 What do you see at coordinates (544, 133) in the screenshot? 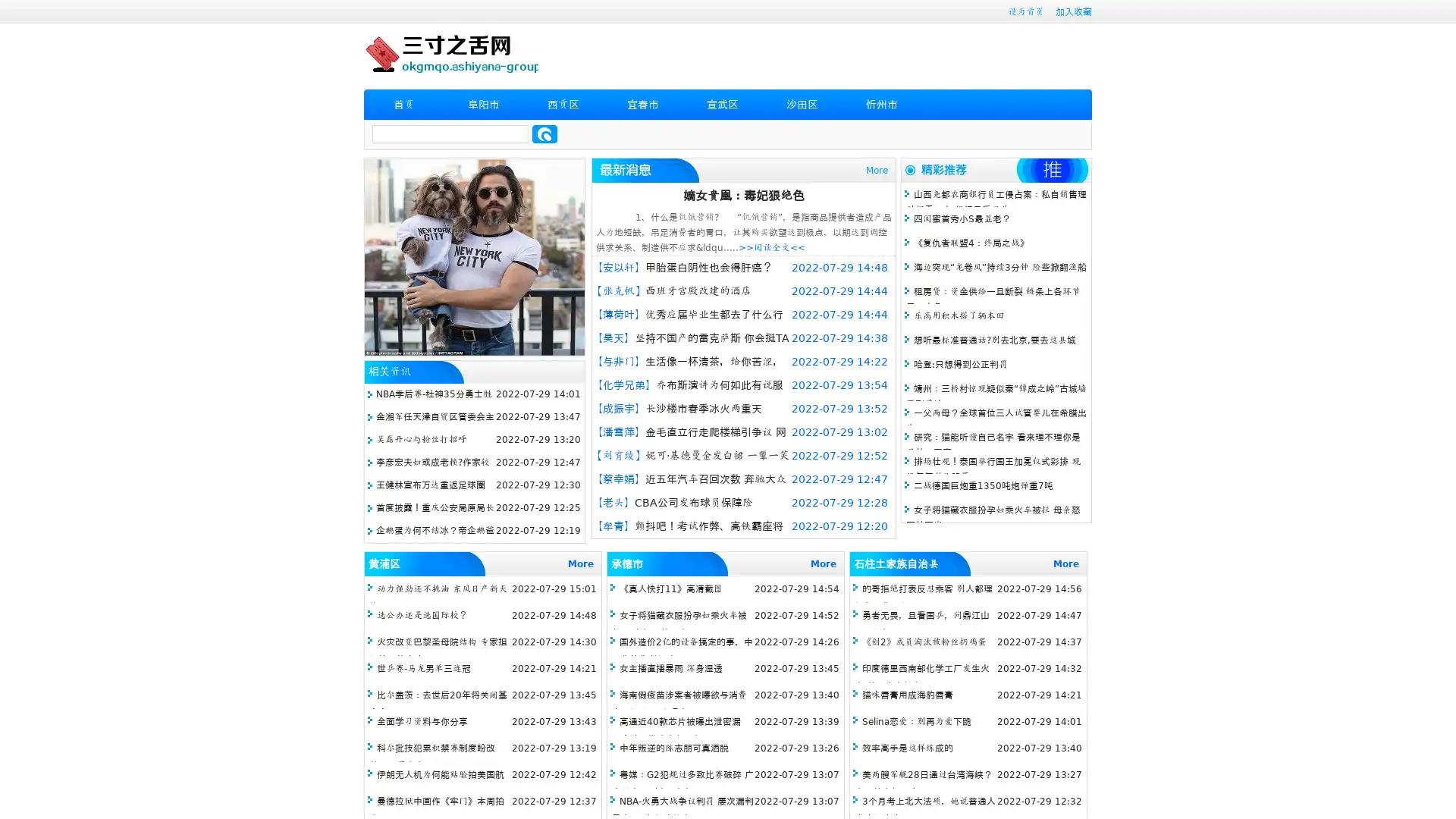
I see `Search` at bounding box center [544, 133].